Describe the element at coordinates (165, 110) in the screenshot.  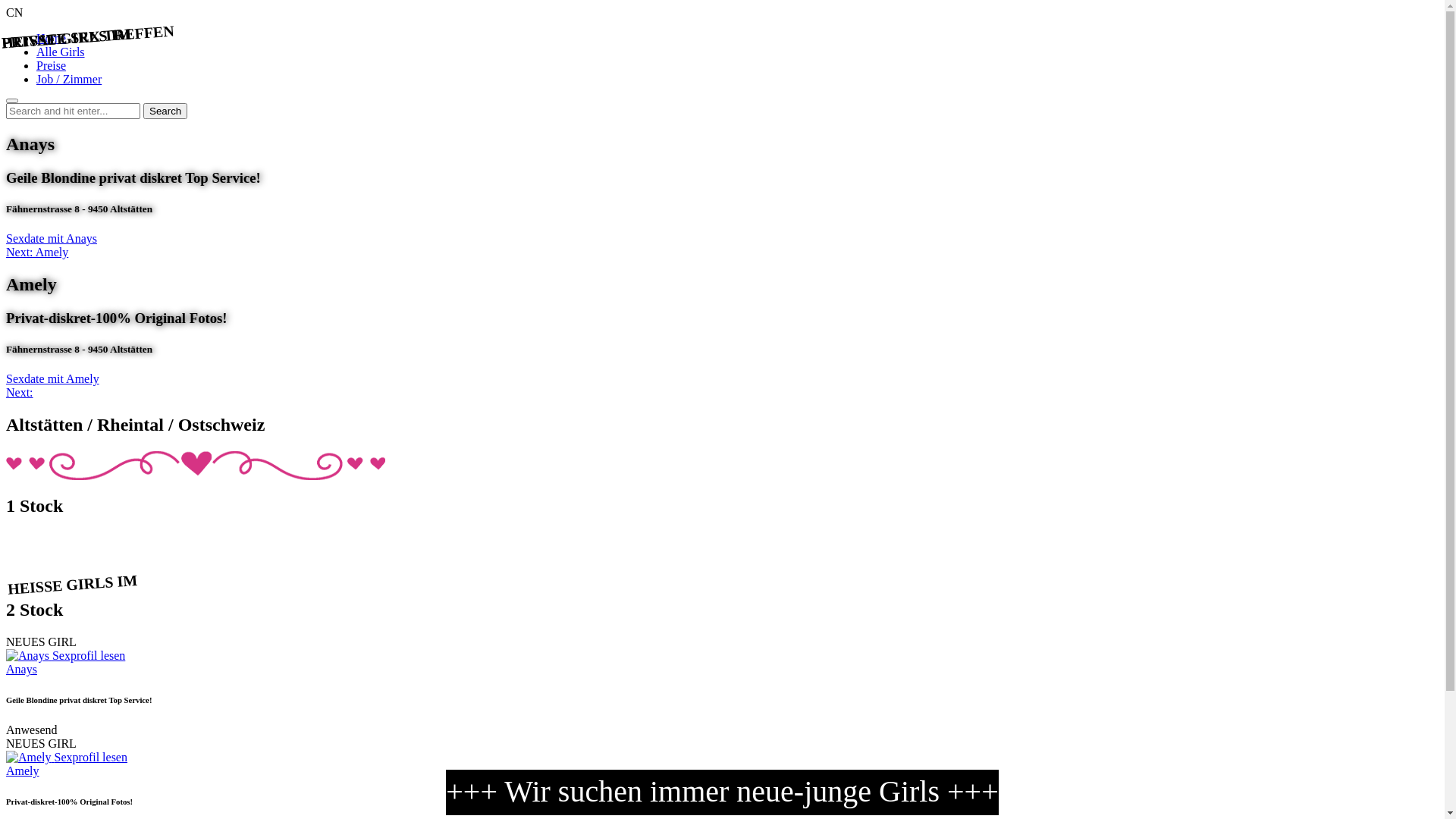
I see `'Search'` at that location.